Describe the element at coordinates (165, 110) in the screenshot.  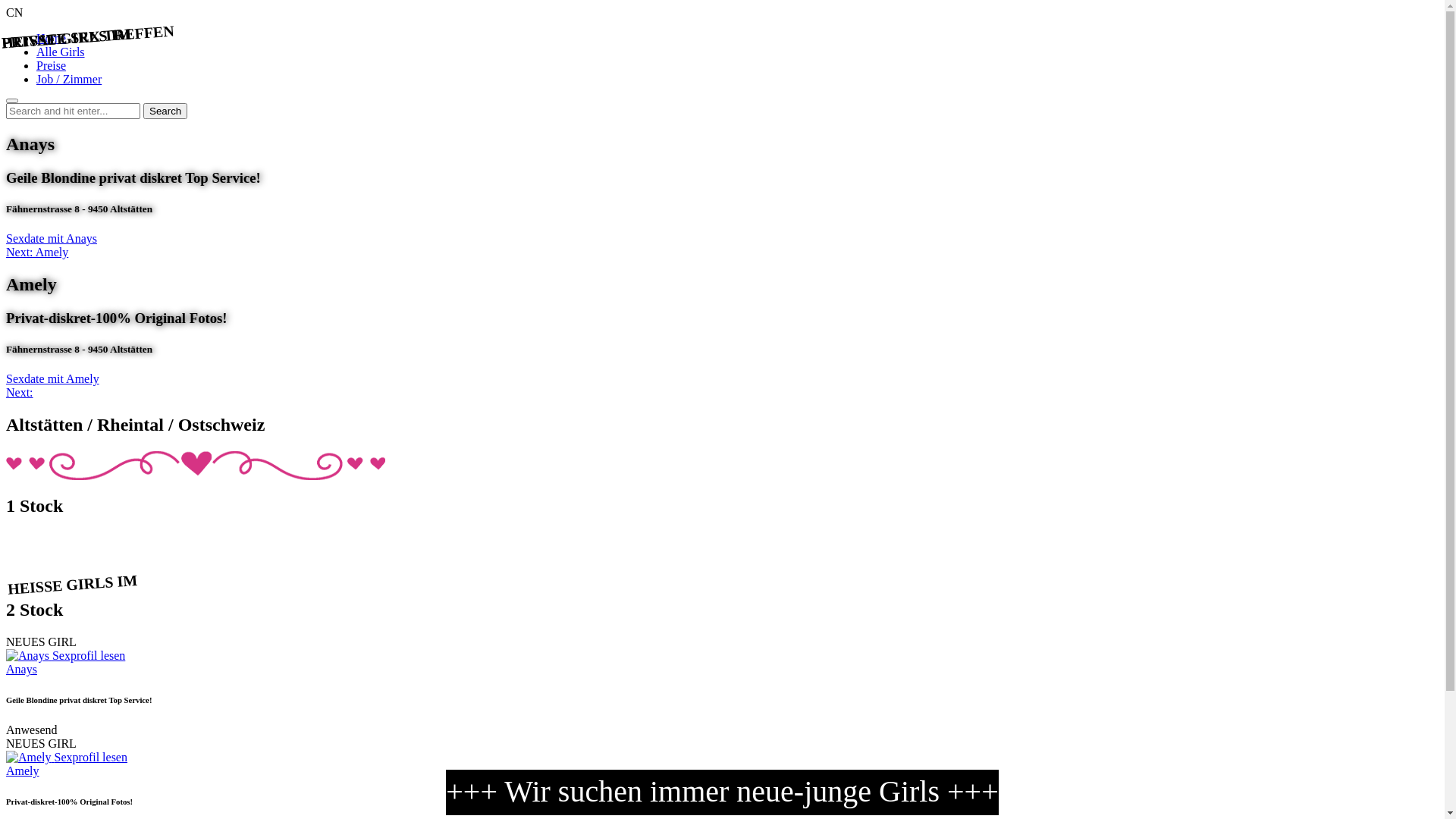
I see `'Search'` at that location.